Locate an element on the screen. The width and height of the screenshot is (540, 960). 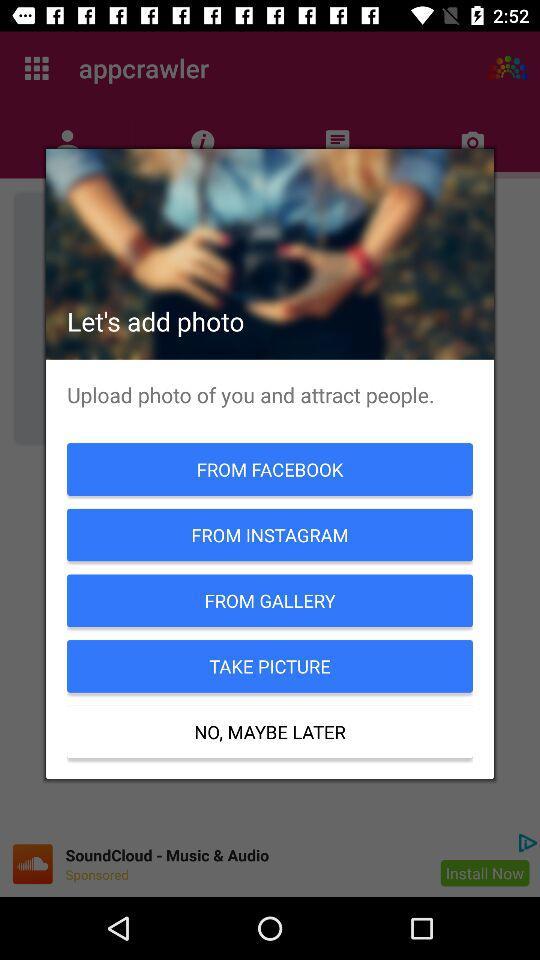
from instagram item is located at coordinates (270, 534).